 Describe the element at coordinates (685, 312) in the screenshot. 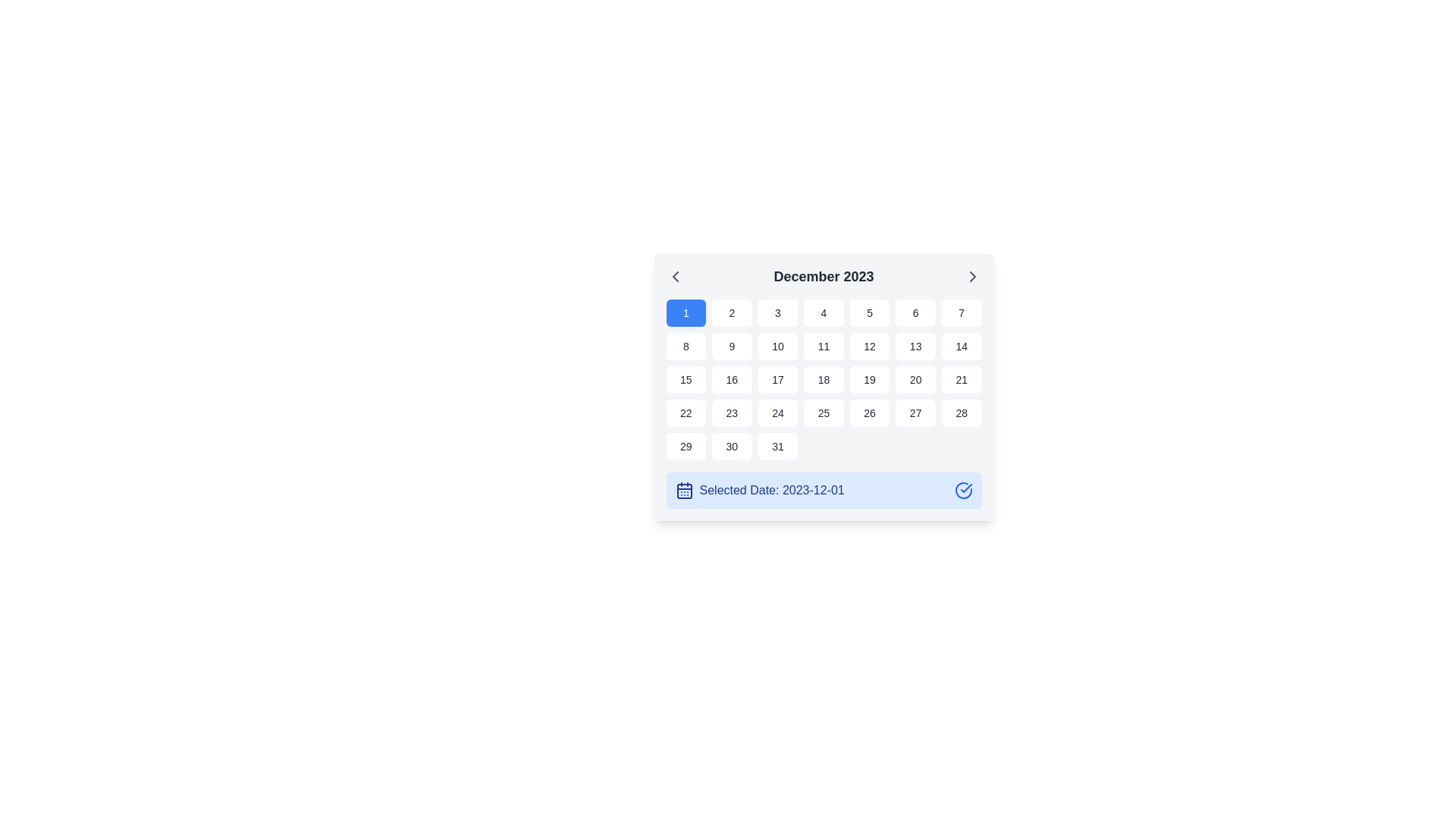

I see `the Interactive calendar day button which represents the first day of December 2023` at that location.